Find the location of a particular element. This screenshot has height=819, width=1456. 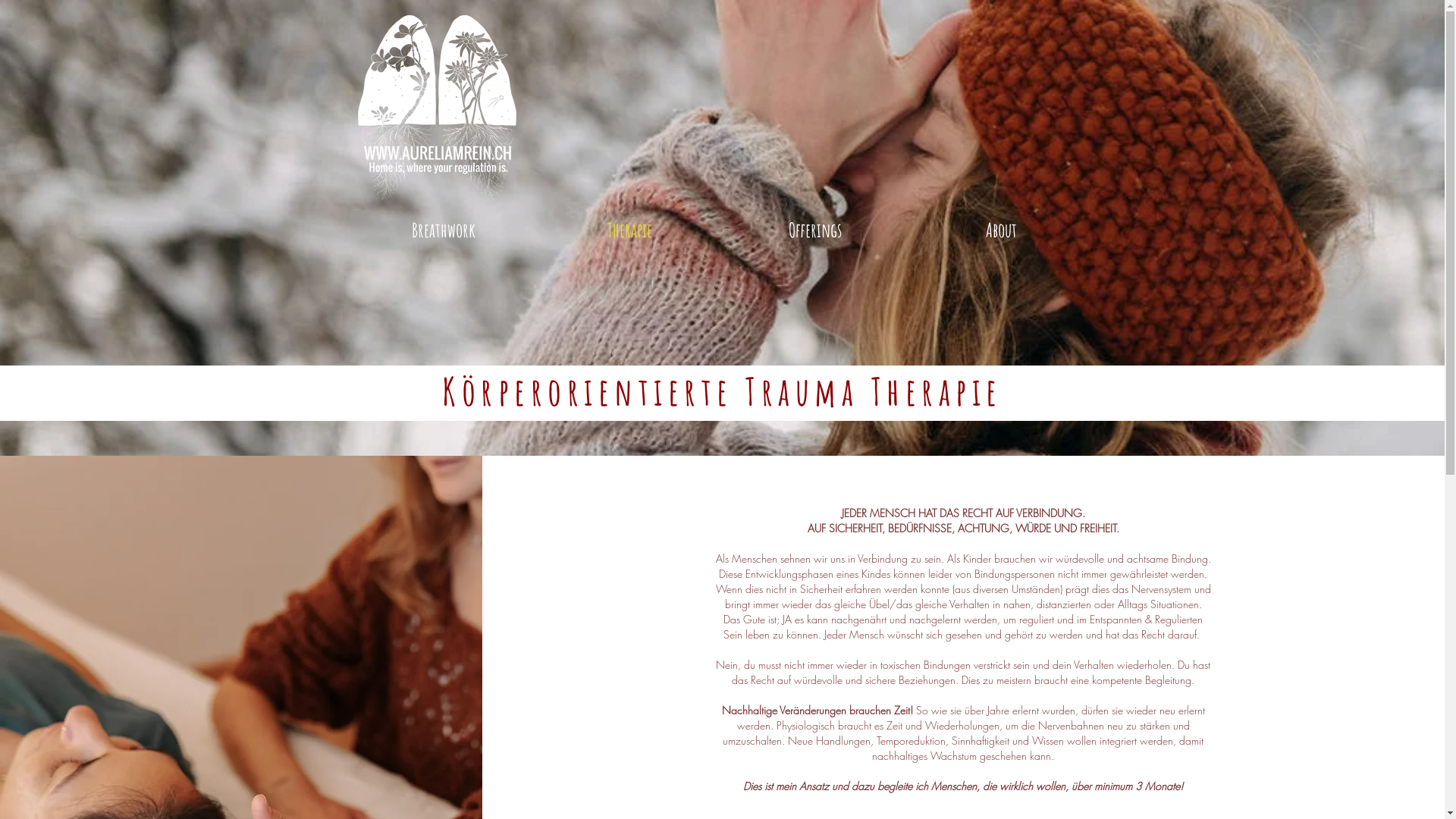

'Therapie' is located at coordinates (629, 230).